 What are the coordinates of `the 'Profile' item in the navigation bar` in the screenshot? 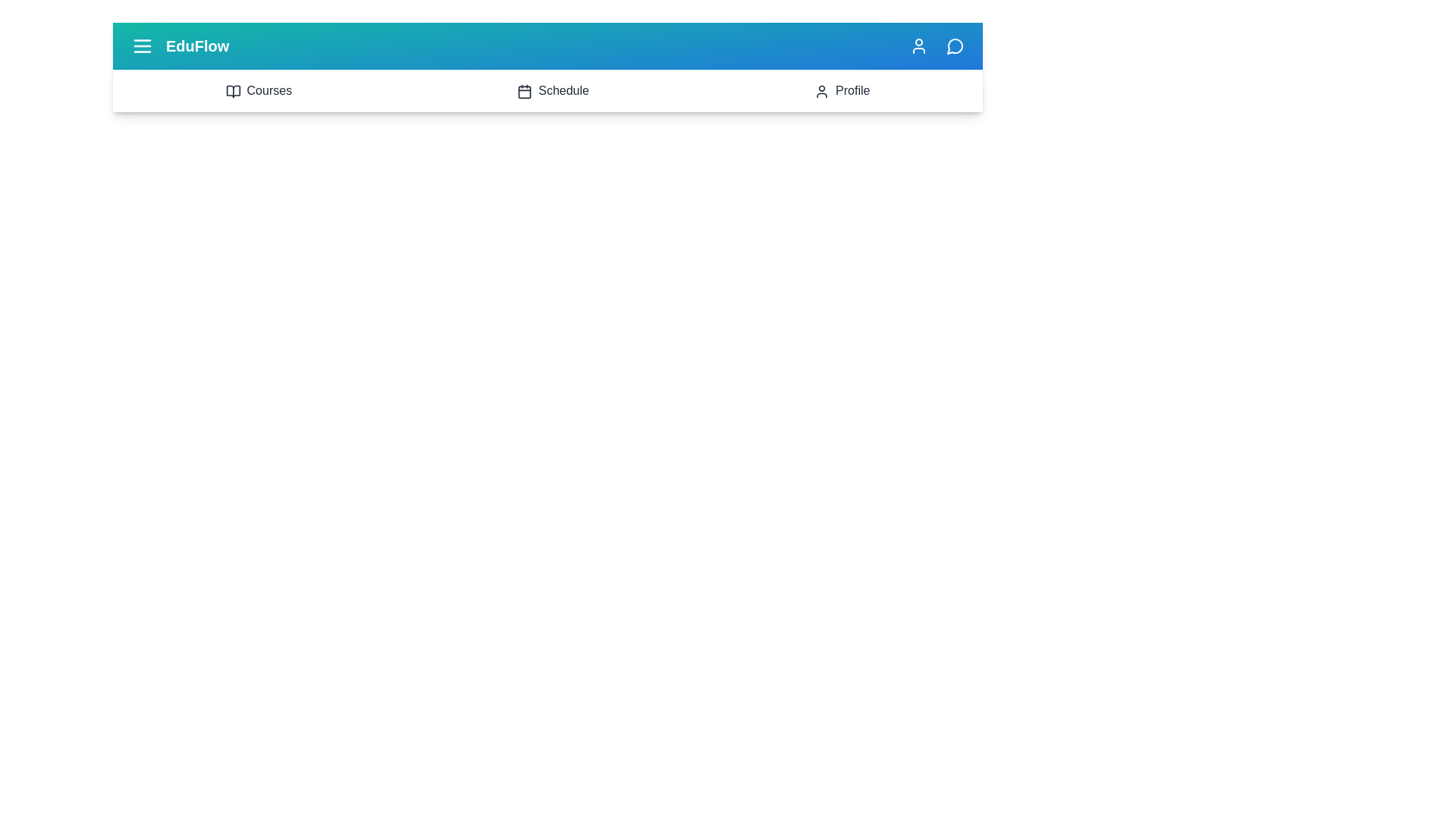 It's located at (840, 90).